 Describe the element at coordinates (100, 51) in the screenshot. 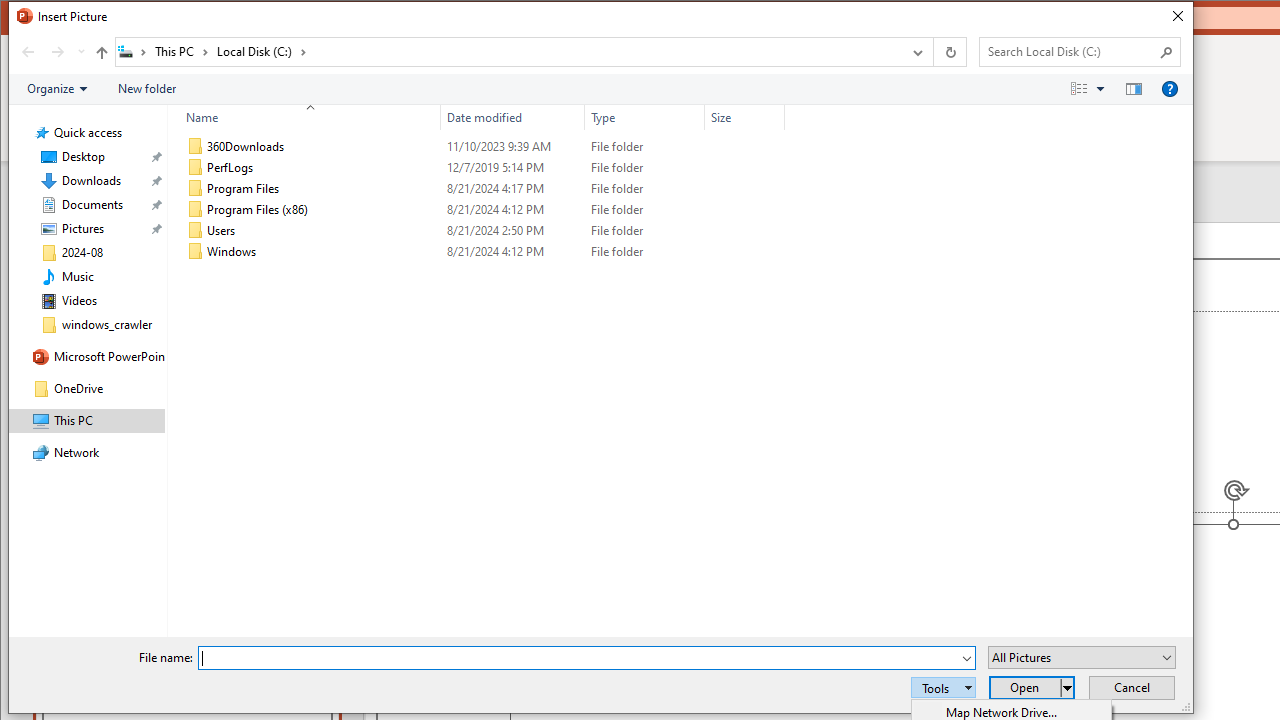

I see `'Up to "This PC" (Alt + Up Arrow)'` at that location.